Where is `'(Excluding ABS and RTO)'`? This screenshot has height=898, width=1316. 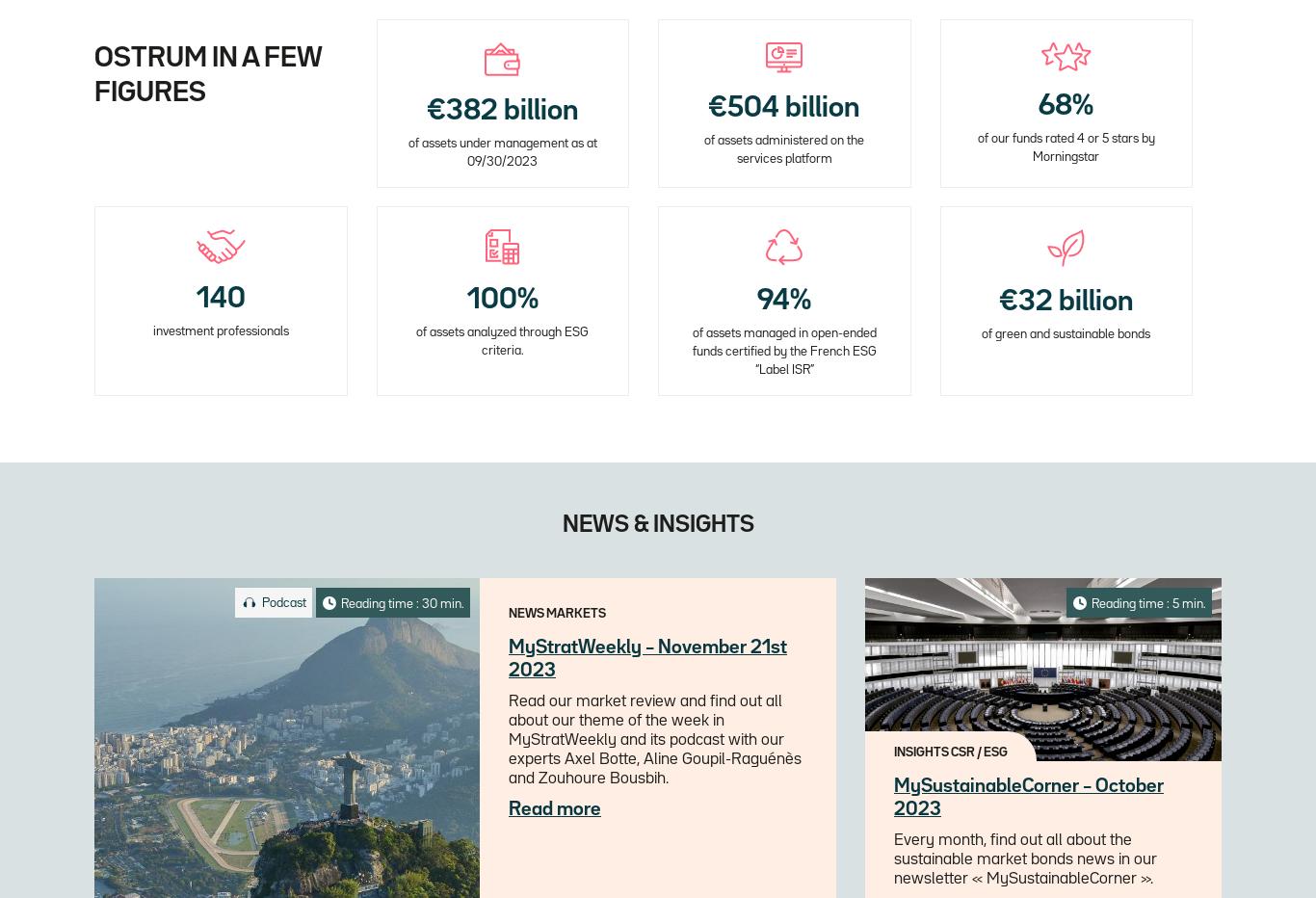
'(Excluding ABS and RTO)' is located at coordinates (502, 417).